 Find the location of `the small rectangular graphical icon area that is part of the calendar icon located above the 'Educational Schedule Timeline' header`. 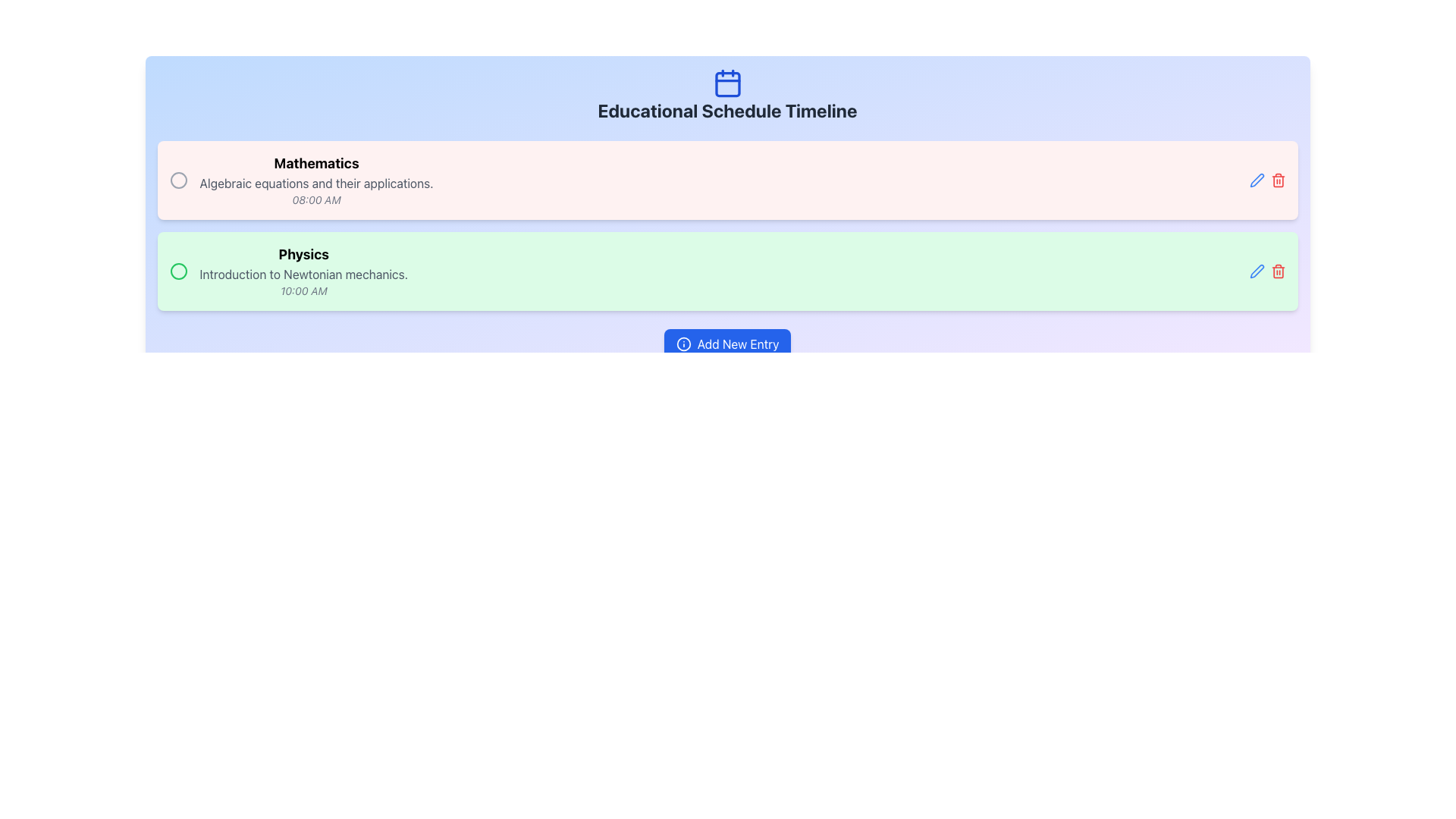

the small rectangular graphical icon area that is part of the calendar icon located above the 'Educational Schedule Timeline' header is located at coordinates (726, 84).